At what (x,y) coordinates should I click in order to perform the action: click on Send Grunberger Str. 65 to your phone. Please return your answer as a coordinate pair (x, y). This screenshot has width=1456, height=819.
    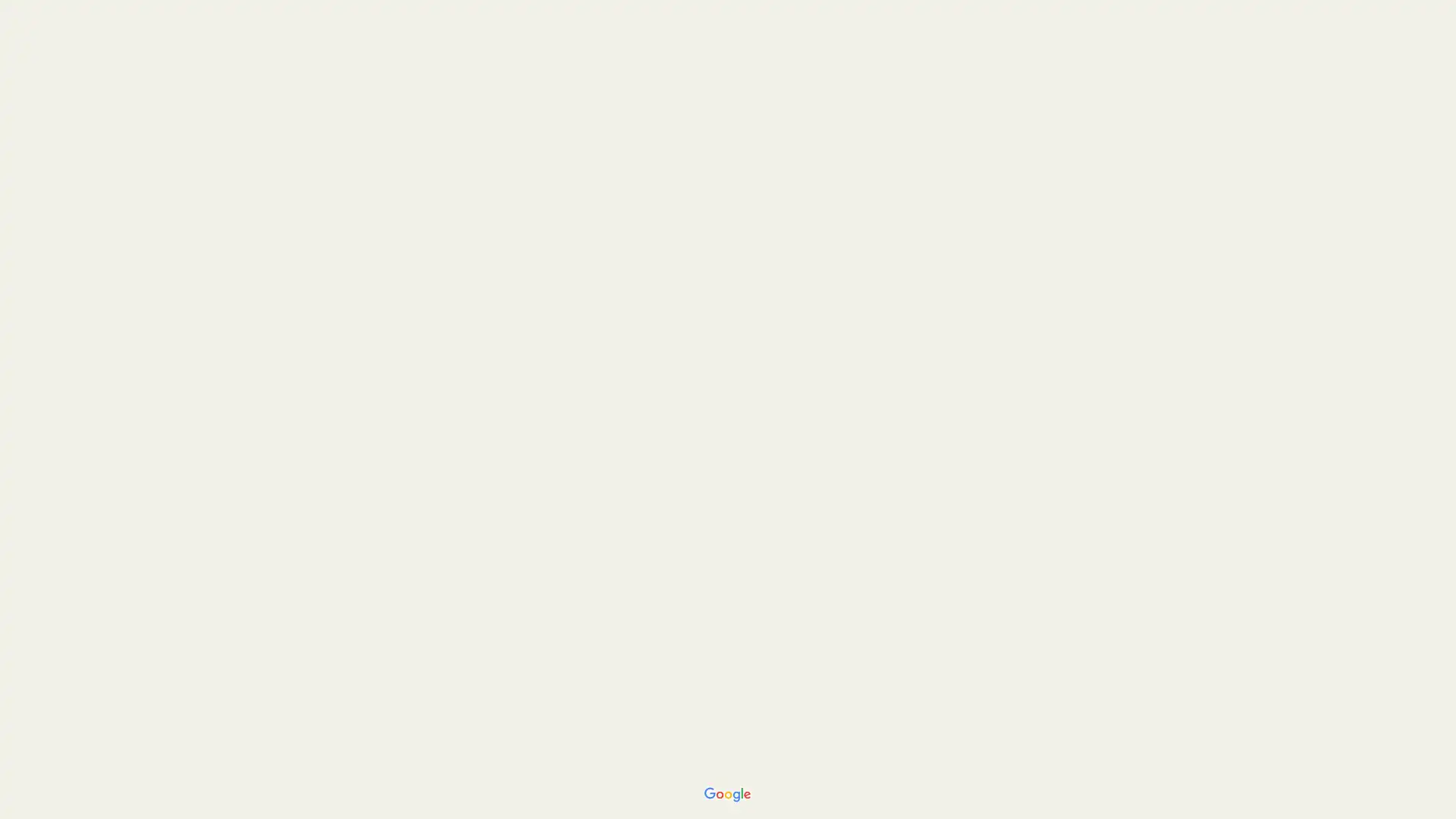
    Looking at the image, I should click on (209, 309).